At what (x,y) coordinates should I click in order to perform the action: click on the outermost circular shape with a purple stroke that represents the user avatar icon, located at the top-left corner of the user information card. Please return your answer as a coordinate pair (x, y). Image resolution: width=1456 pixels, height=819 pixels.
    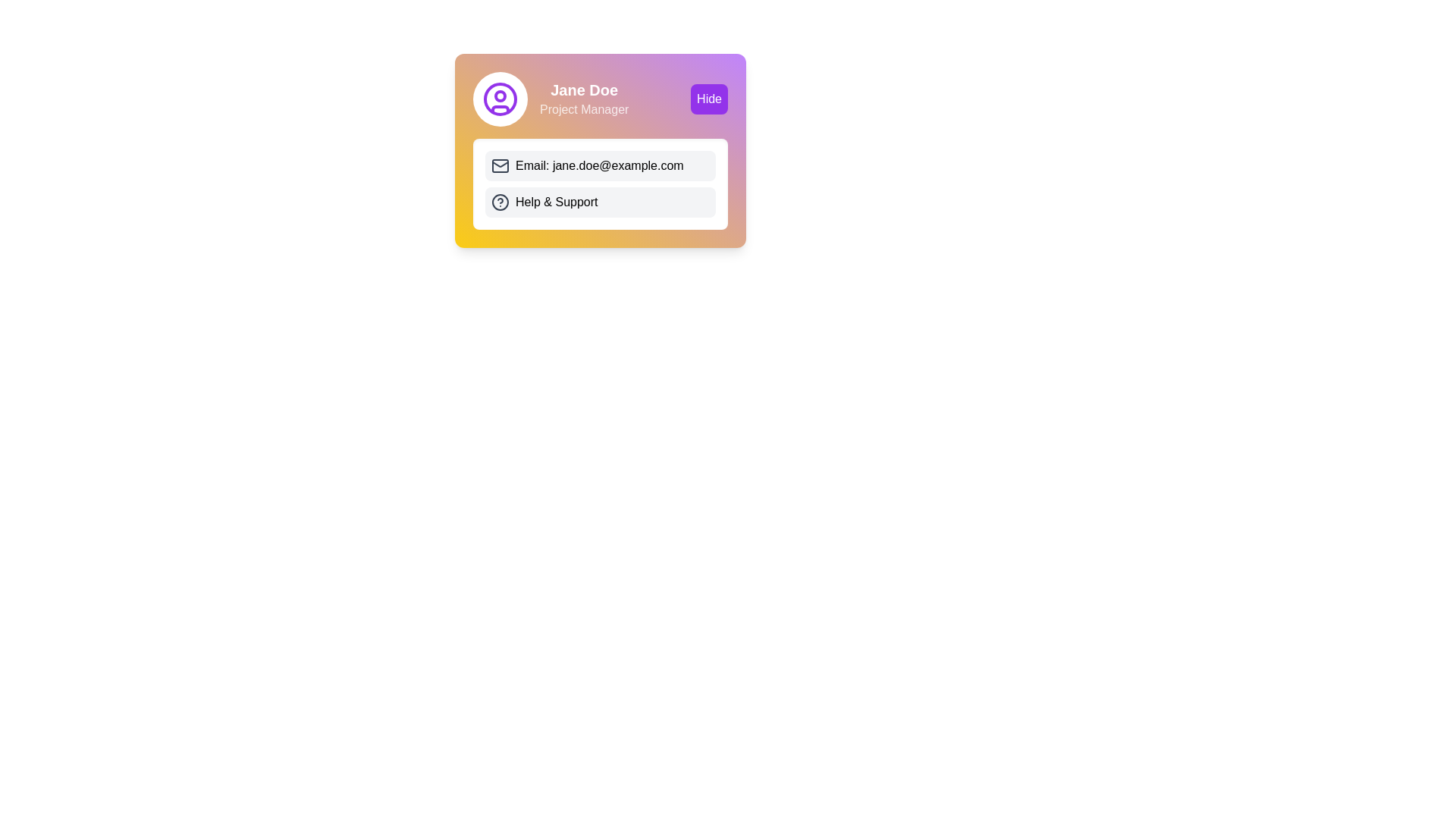
    Looking at the image, I should click on (500, 99).